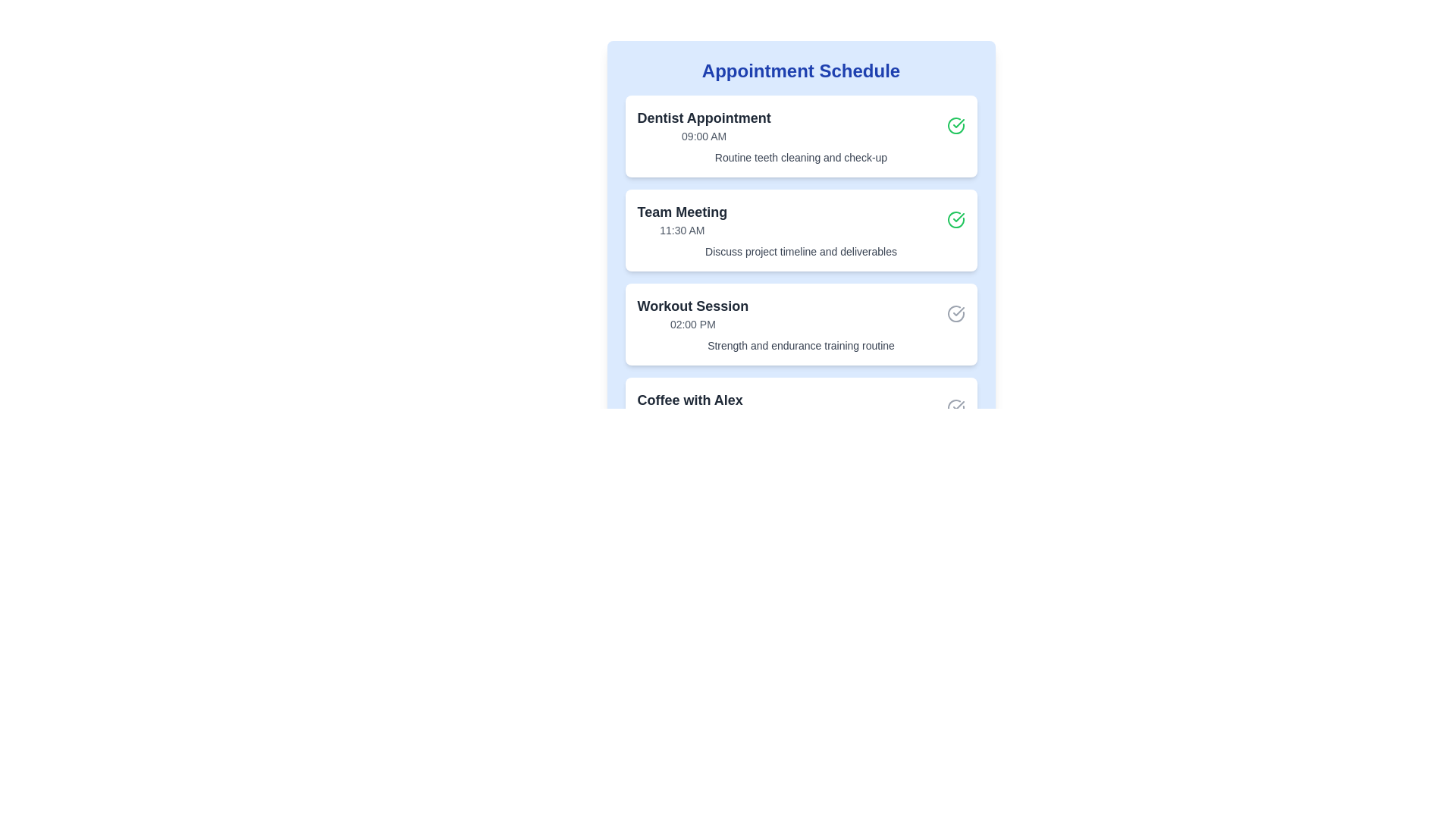 This screenshot has width=1456, height=819. What do you see at coordinates (681, 231) in the screenshot?
I see `the text label displaying '11:30 AM' which is located below the 'Team Meeting' title in the second card of a vertical list layout` at bounding box center [681, 231].